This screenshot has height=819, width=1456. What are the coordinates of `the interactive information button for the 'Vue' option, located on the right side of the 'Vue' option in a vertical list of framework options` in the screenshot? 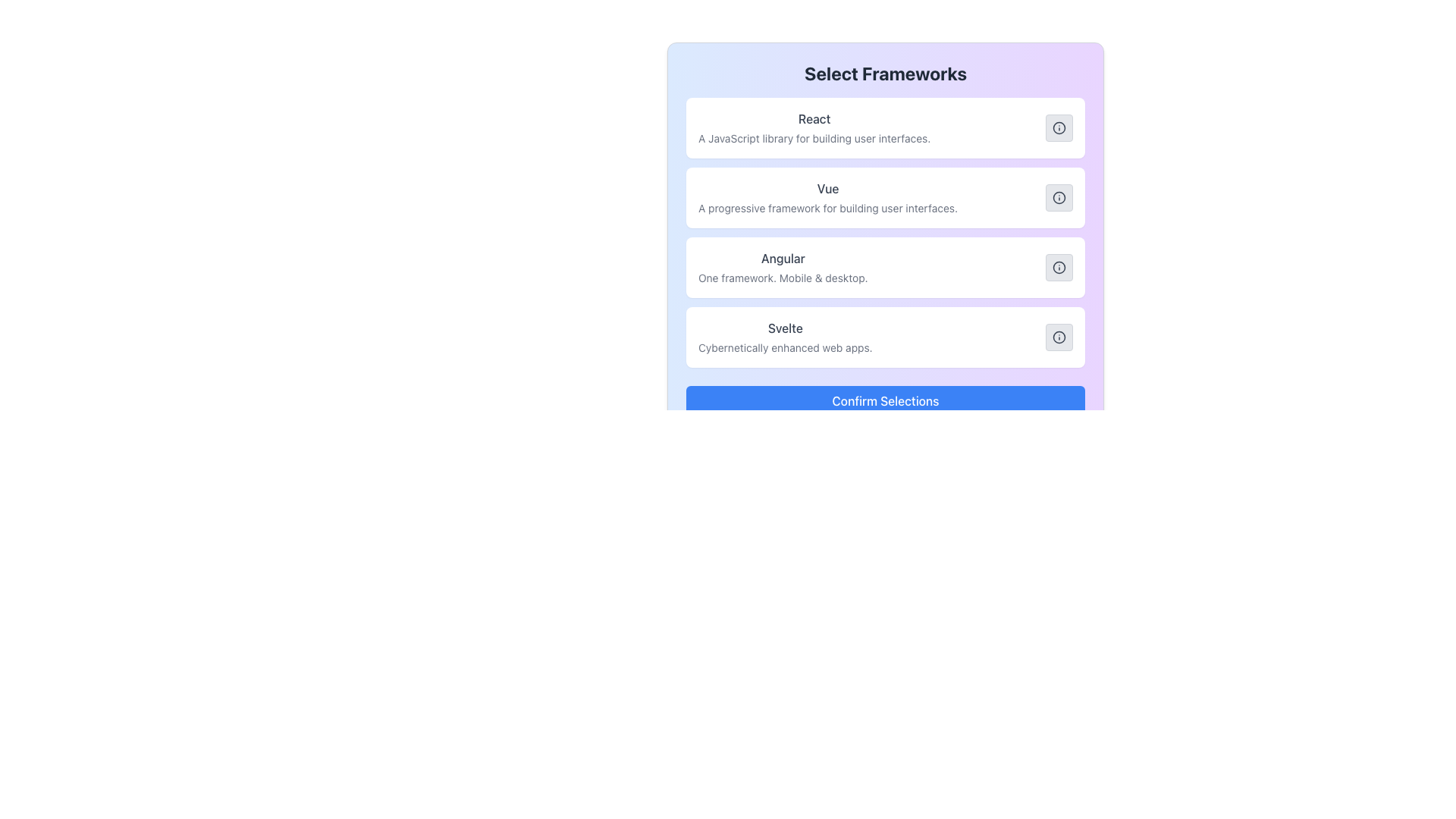 It's located at (1058, 197).